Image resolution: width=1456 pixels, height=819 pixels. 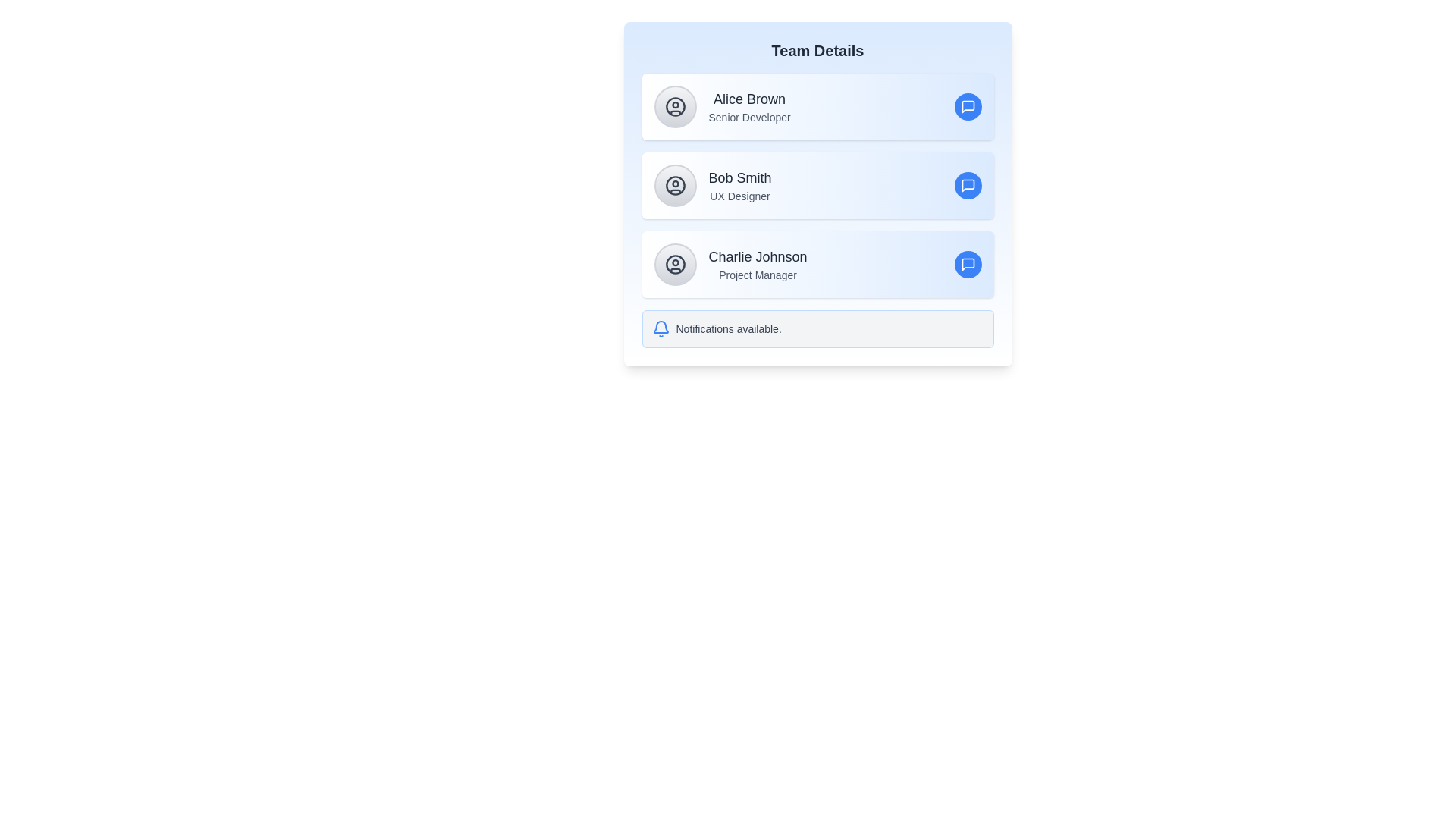 What do you see at coordinates (674, 263) in the screenshot?
I see `the circular user icon representing Charlie Johnson` at bounding box center [674, 263].